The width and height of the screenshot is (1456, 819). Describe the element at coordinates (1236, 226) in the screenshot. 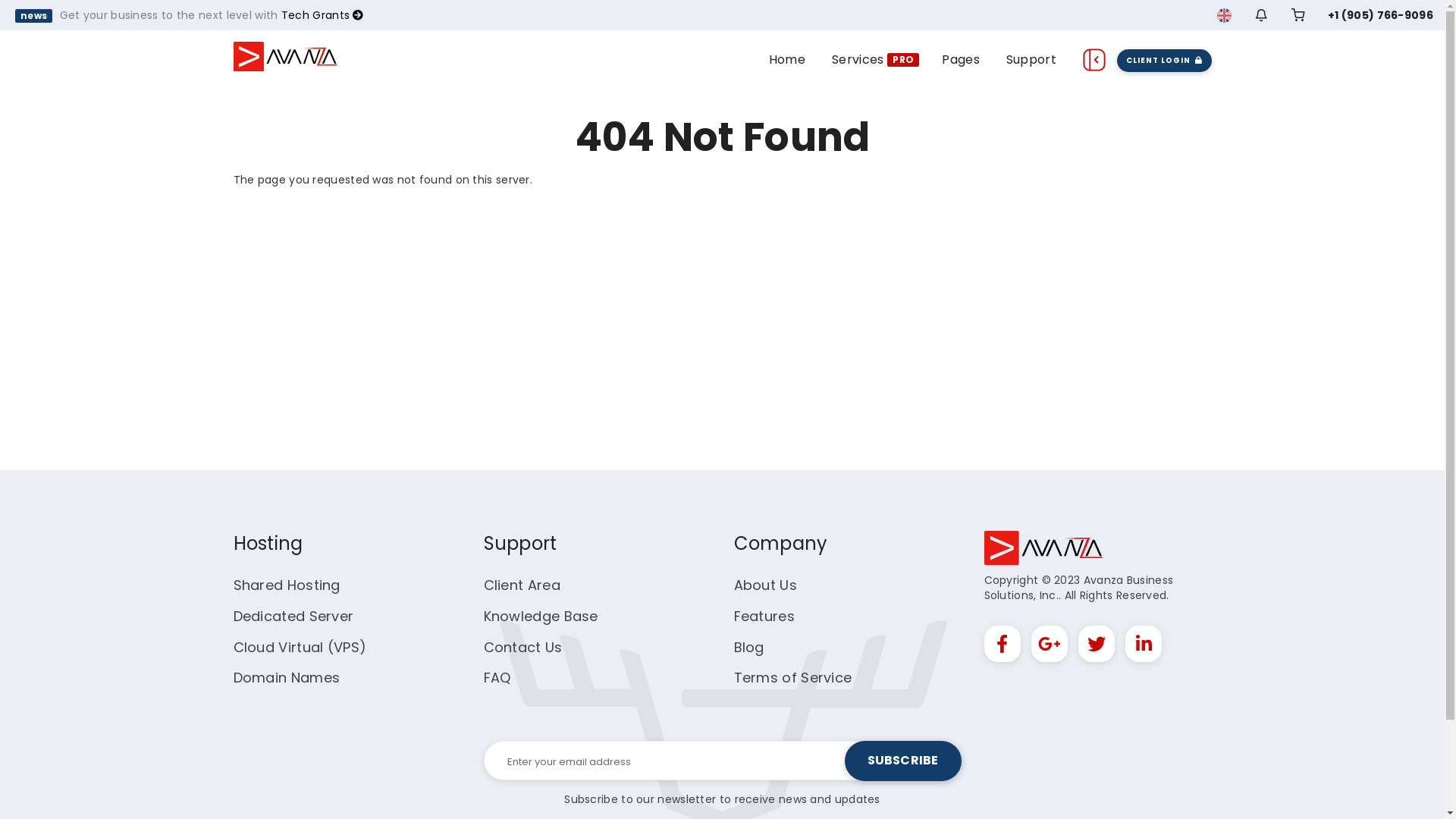

I see `'Login'` at that location.